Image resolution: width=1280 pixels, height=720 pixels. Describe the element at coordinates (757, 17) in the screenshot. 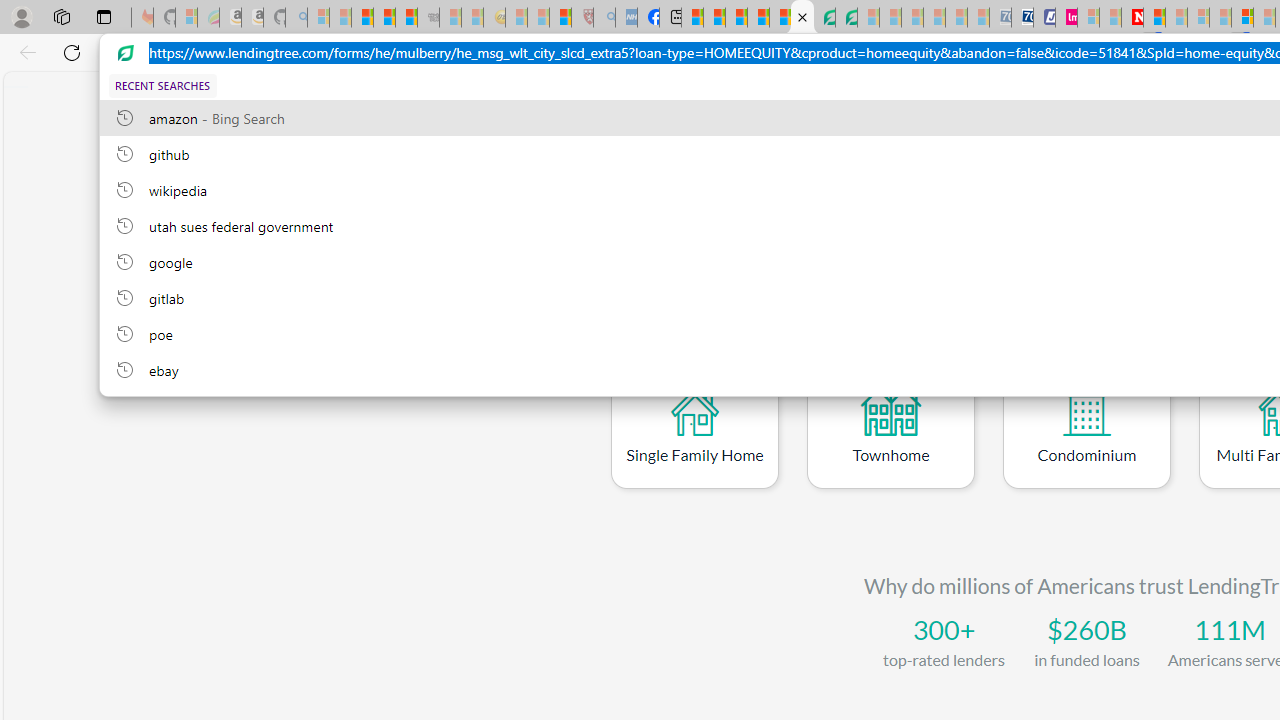

I see `'Pets - MSN'` at that location.